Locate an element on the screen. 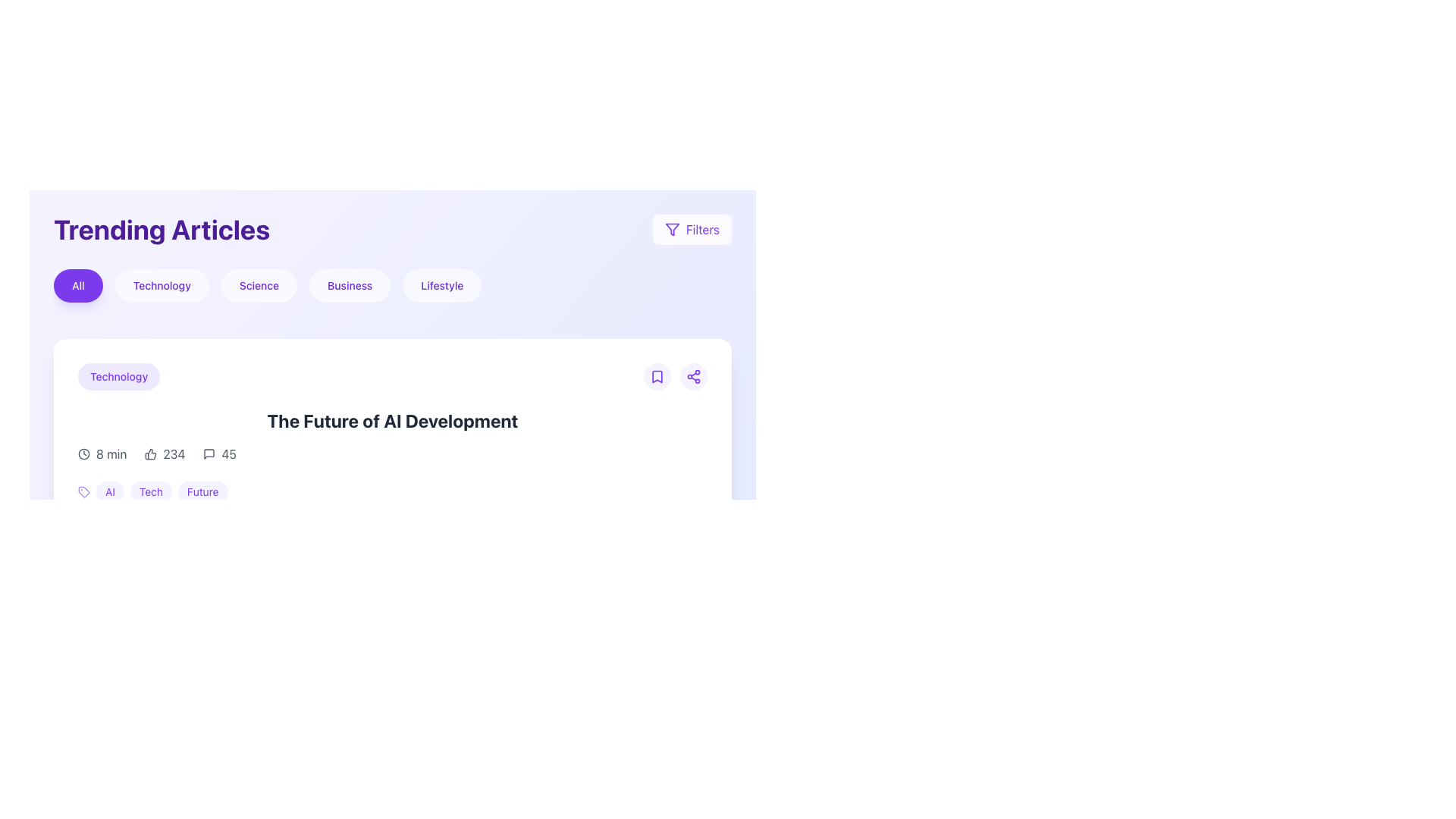 Image resolution: width=1456 pixels, height=819 pixels. comment count displayed by the informational label that shows the number of comments associated with the article, located within the metadata panel is located at coordinates (219, 453).